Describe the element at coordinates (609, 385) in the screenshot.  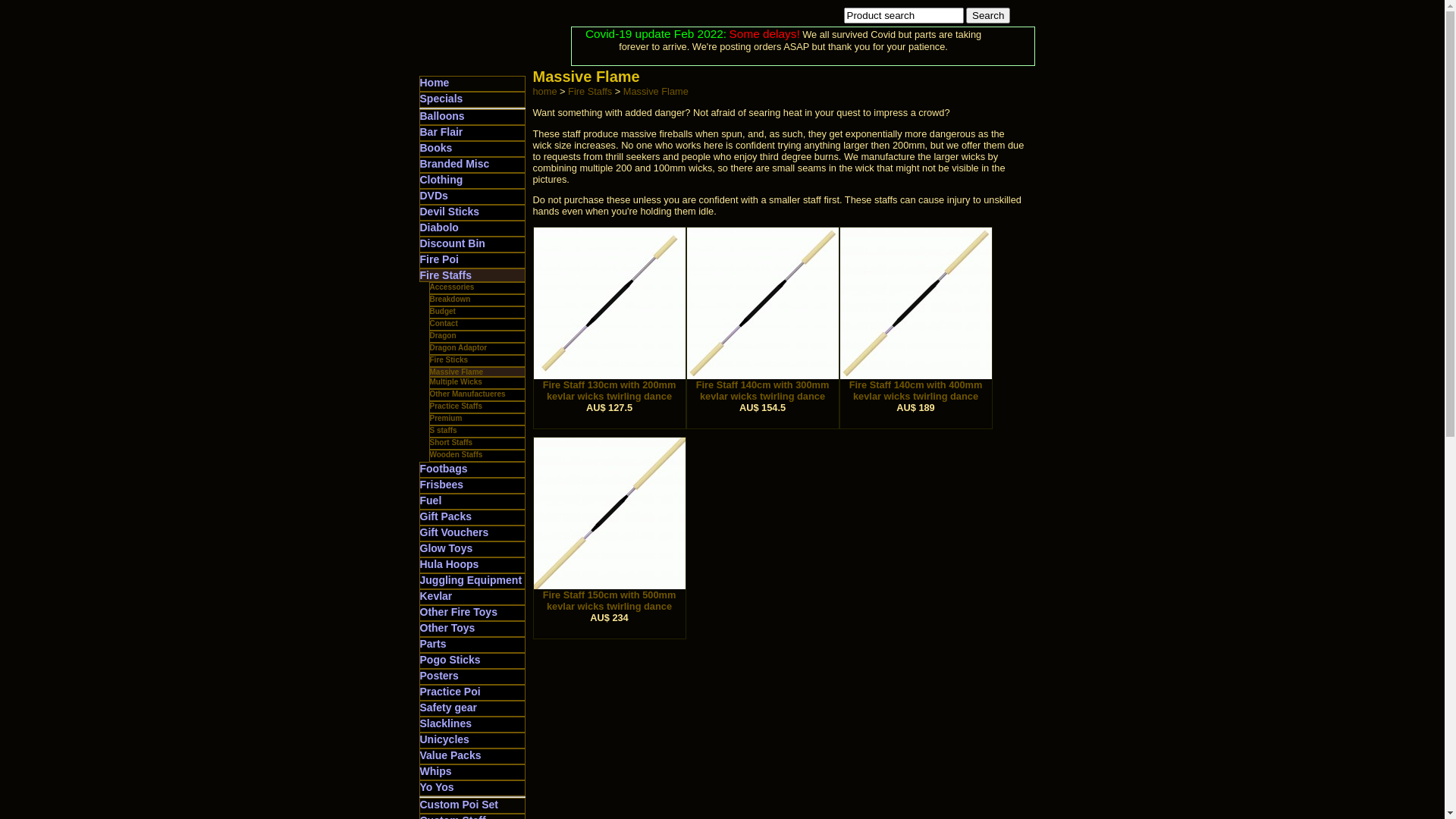
I see `'Fire Staff 130cm with 200mm kevlar wicks twirling dance'` at that location.